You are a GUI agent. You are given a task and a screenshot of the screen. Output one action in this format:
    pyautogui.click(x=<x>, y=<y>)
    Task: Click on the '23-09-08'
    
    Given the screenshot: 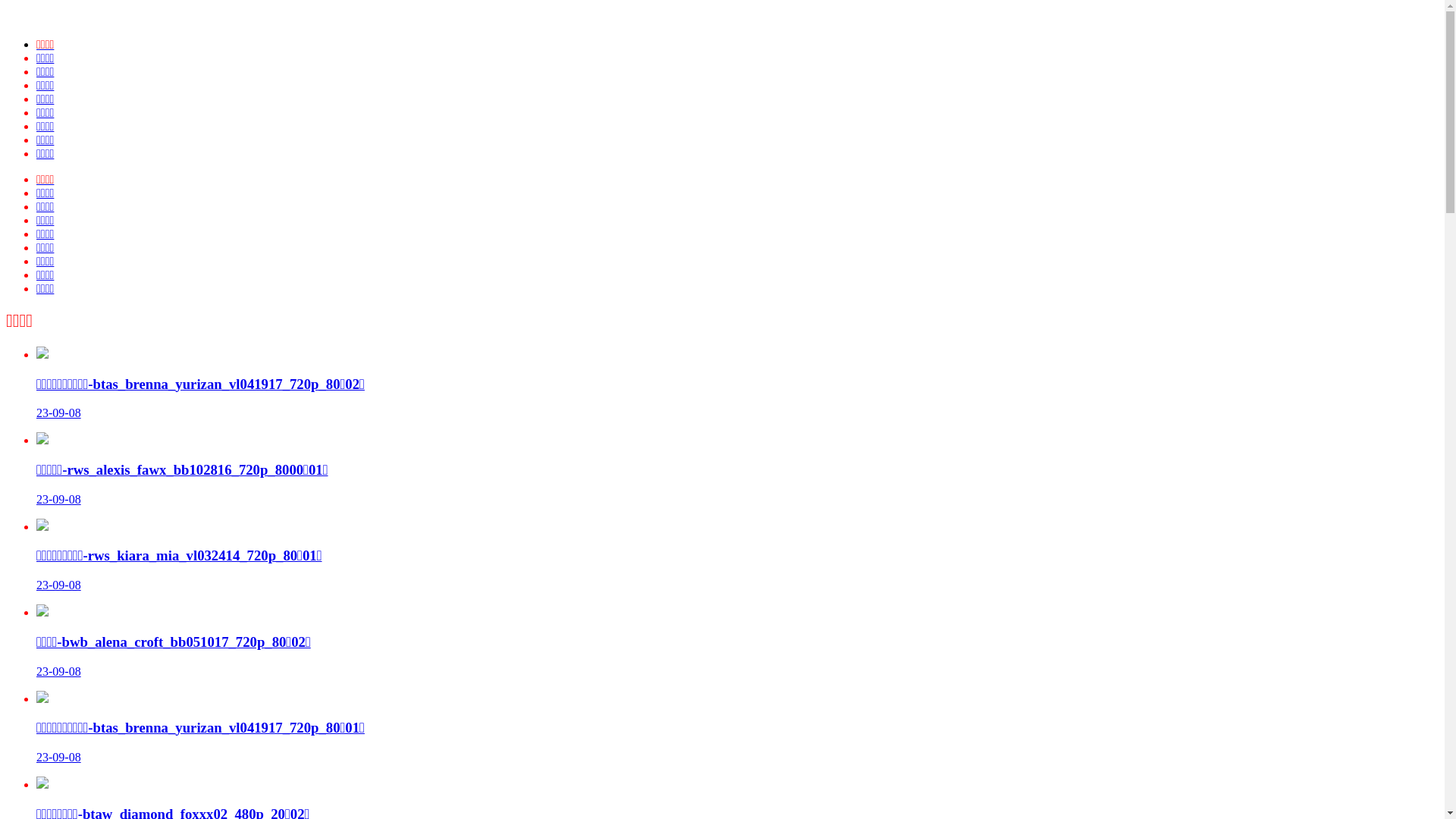 What is the action you would take?
    pyautogui.click(x=58, y=757)
    